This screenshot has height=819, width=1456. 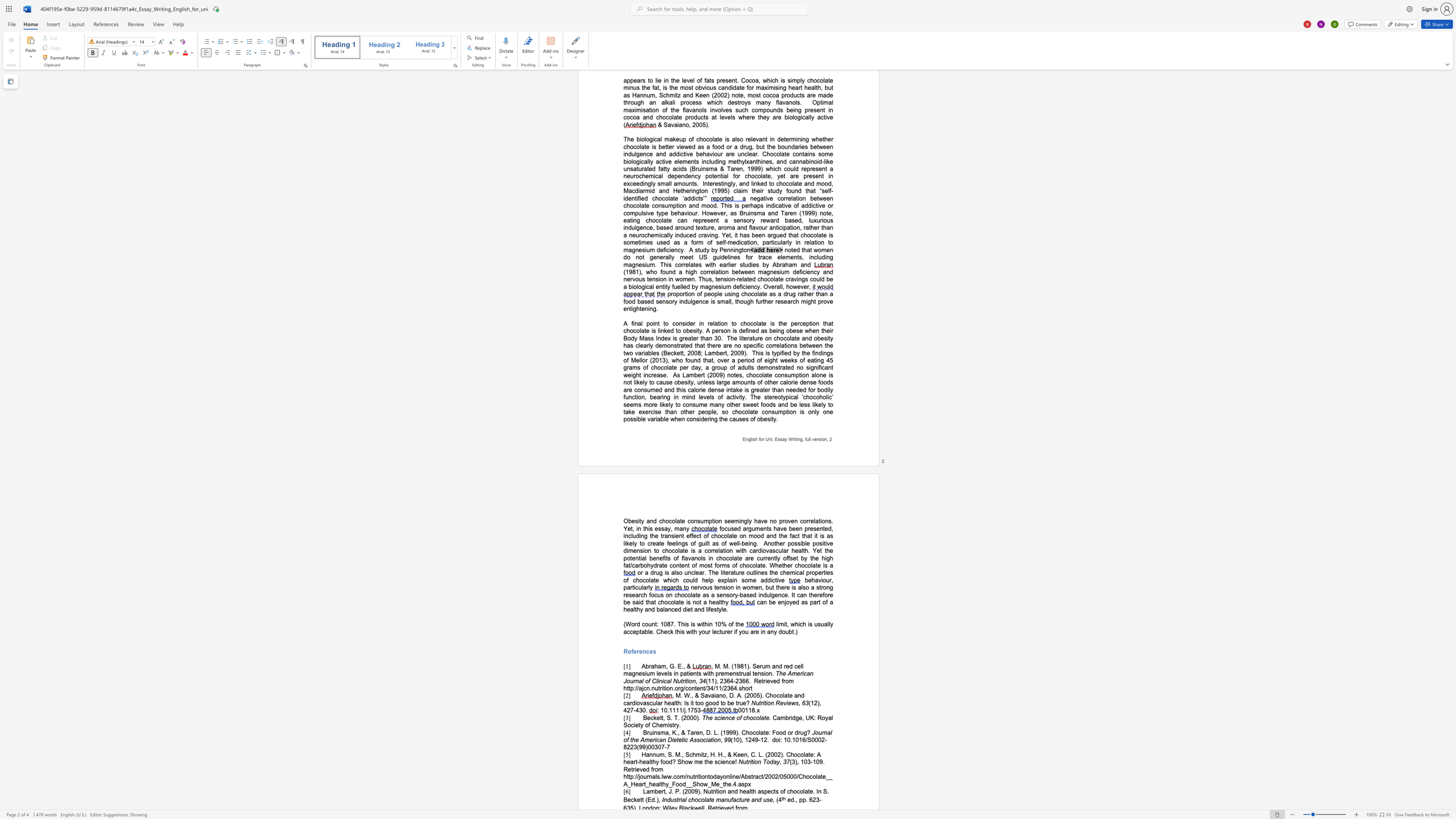 What do you see at coordinates (672, 724) in the screenshot?
I see `the subset text "try" within the text ". Cambridge, UK: Royal Society of Chemistry."` at bounding box center [672, 724].